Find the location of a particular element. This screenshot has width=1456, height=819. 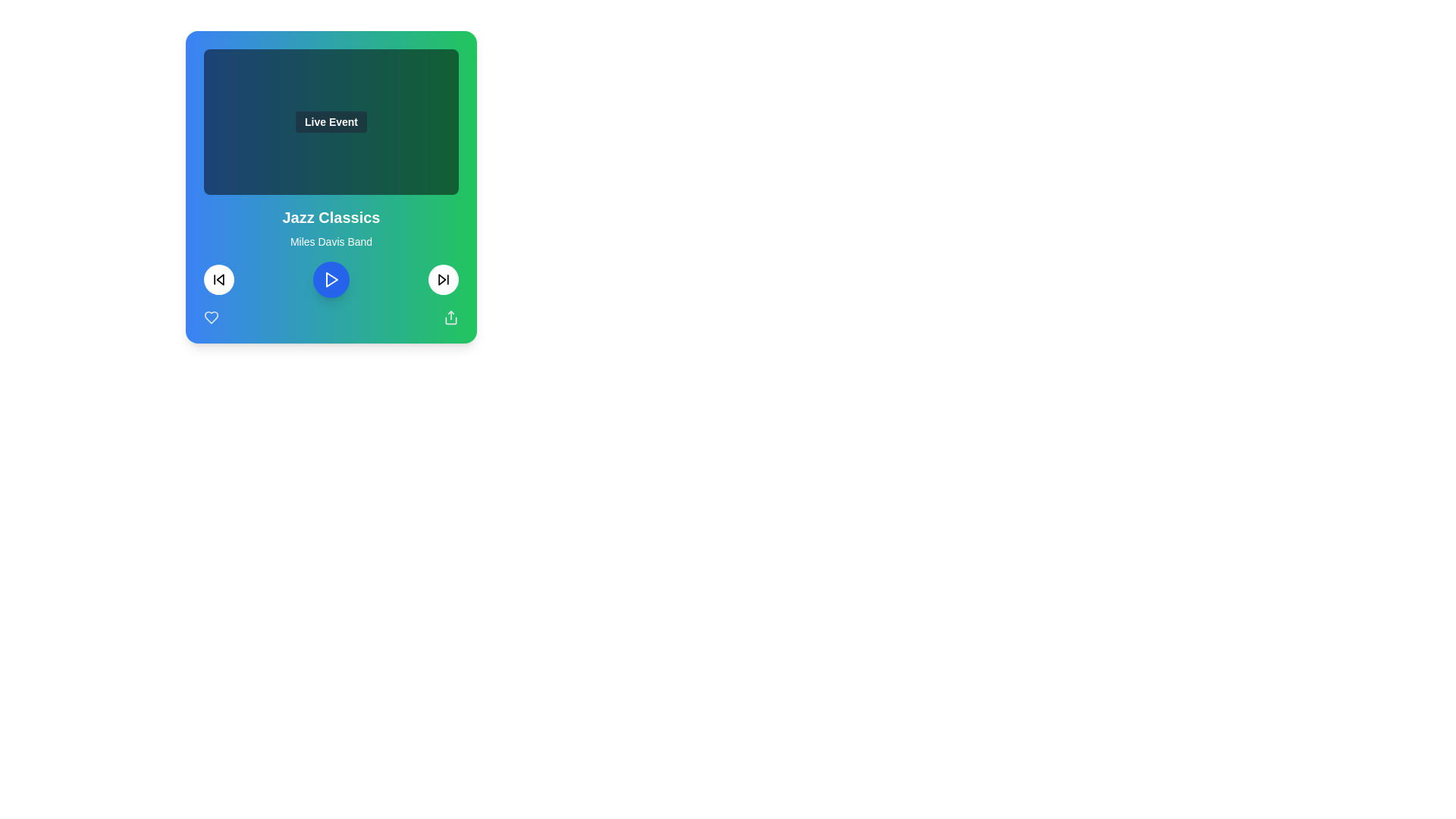

the 'skip forward' button located in the bottom right portion of the music card interface to skip to the next track is located at coordinates (441, 280).